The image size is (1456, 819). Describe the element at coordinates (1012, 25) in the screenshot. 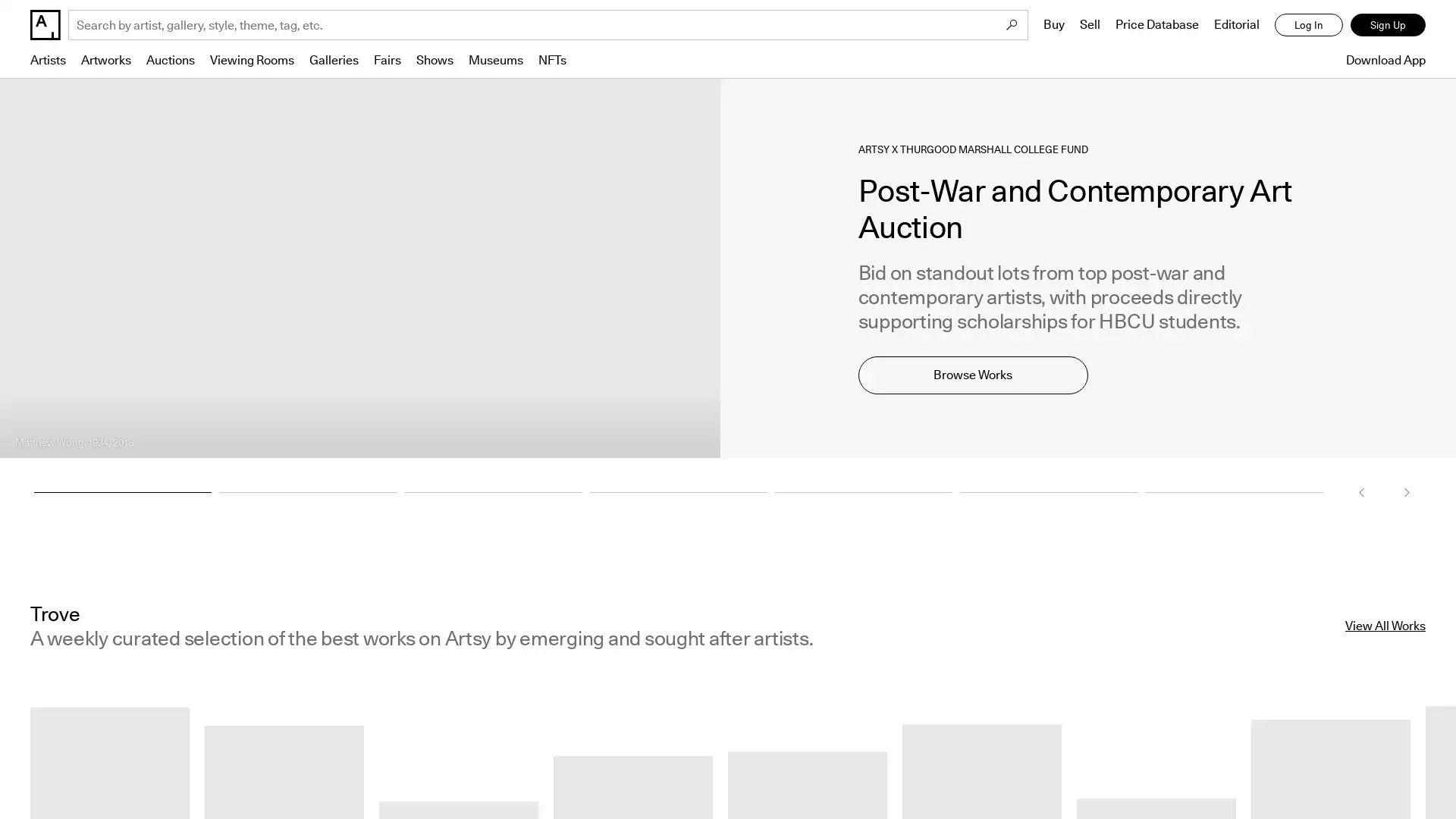

I see `Search` at that location.